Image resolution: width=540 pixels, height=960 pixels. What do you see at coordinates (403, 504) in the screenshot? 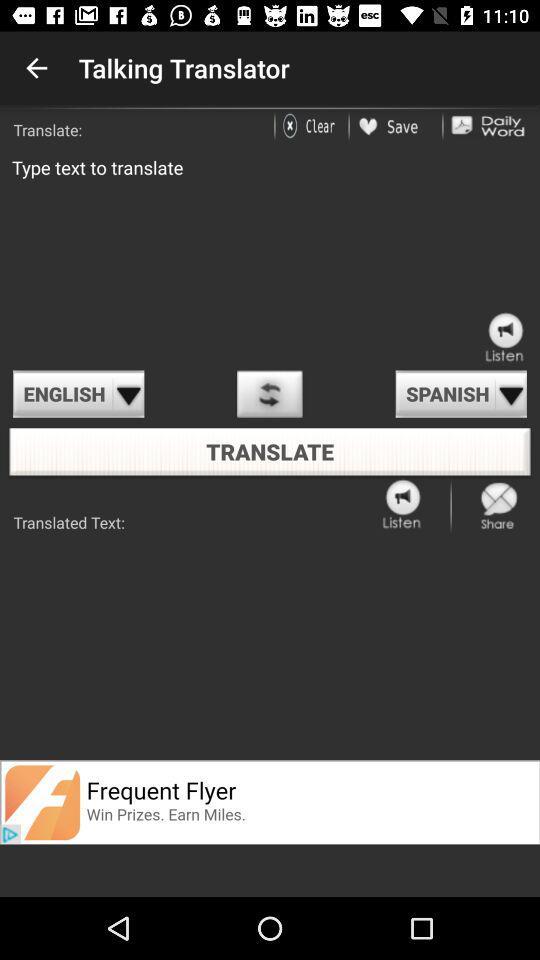
I see `sound` at bounding box center [403, 504].